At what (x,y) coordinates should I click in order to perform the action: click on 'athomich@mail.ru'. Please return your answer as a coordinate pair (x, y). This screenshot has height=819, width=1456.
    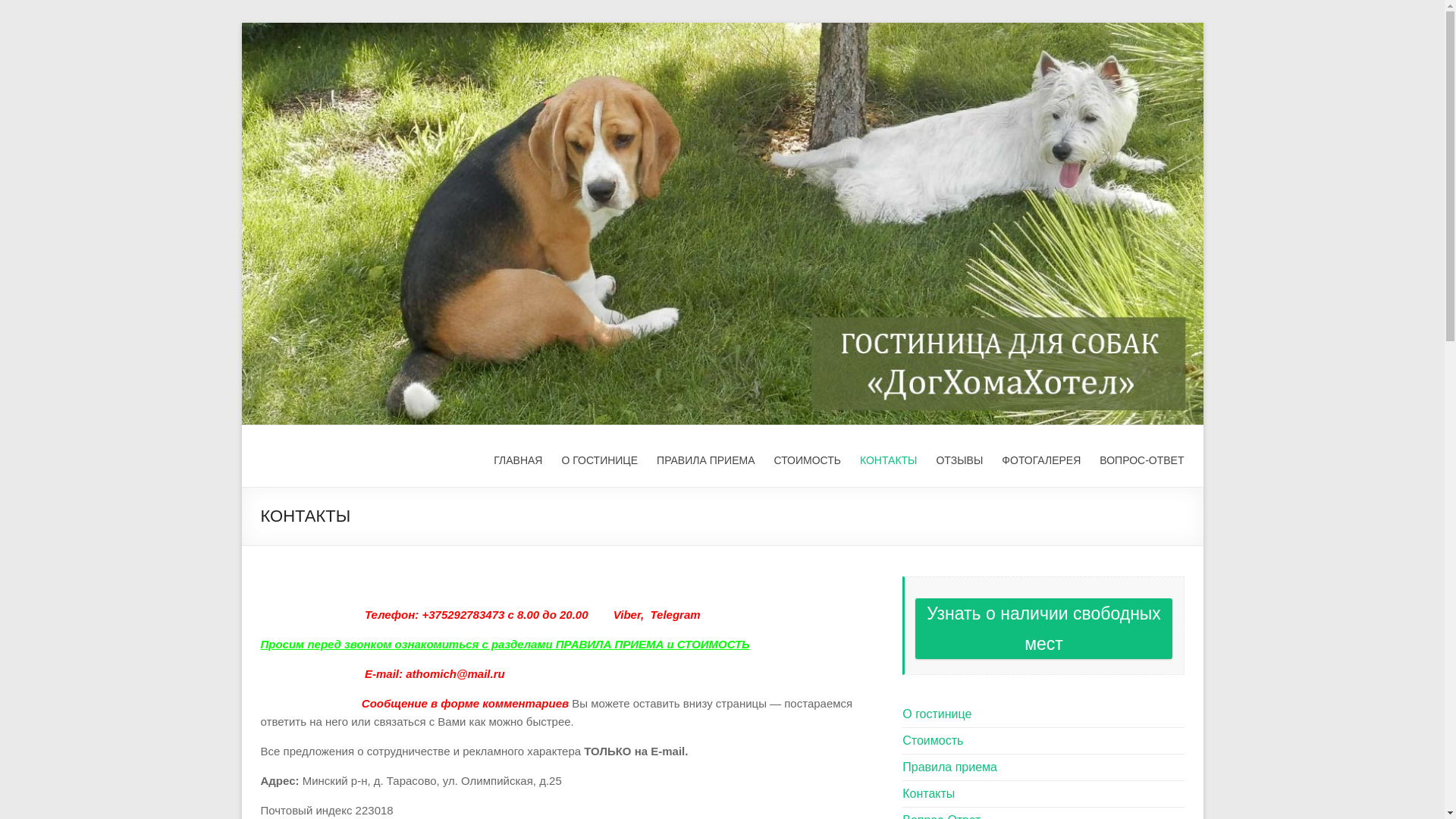
    Looking at the image, I should click on (454, 673).